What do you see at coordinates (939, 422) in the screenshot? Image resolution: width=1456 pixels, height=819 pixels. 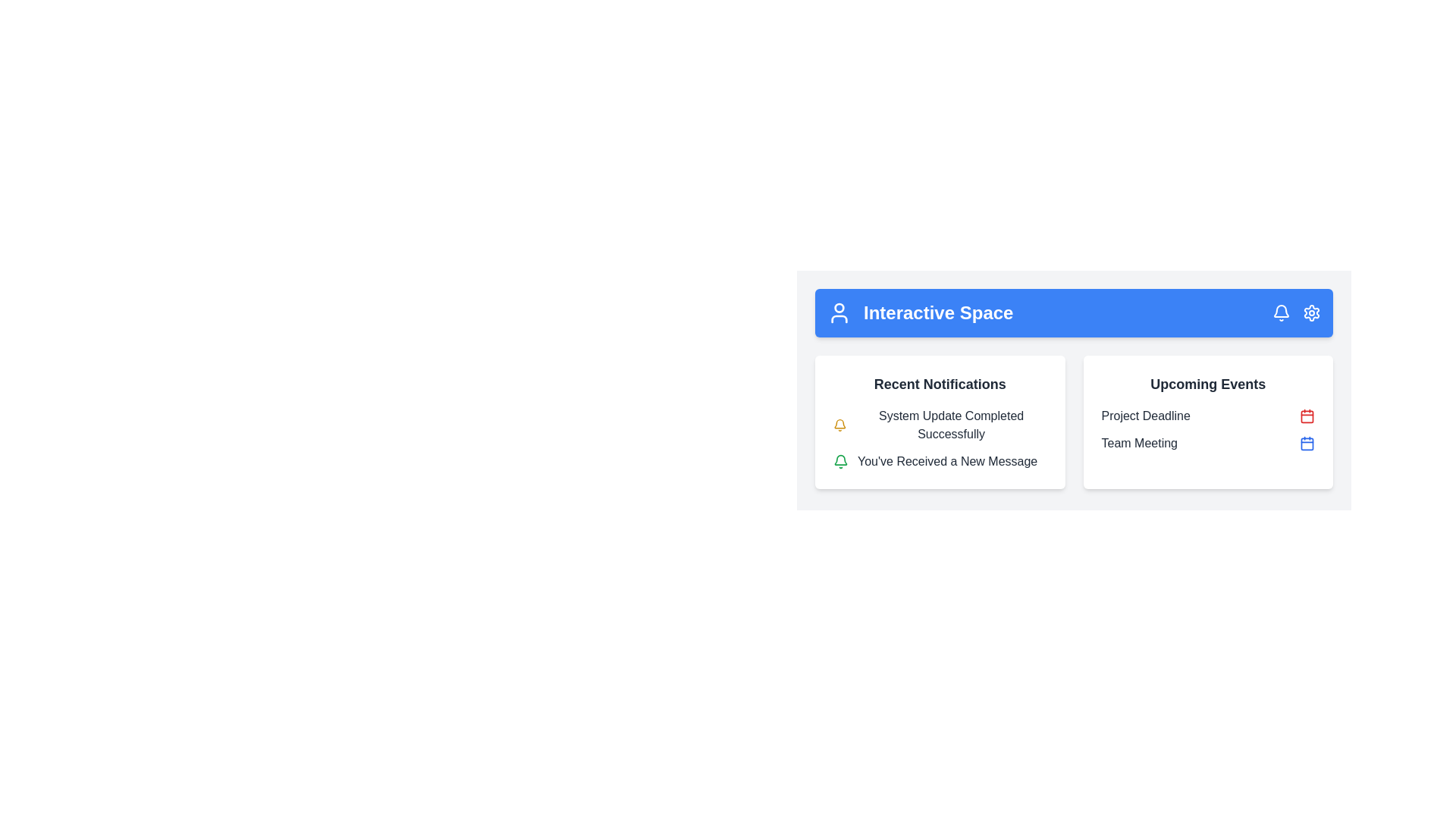 I see `notifications displayed on the notification card located in the first column of the grid layout, positioned next to the 'Upcoming Events' card` at bounding box center [939, 422].